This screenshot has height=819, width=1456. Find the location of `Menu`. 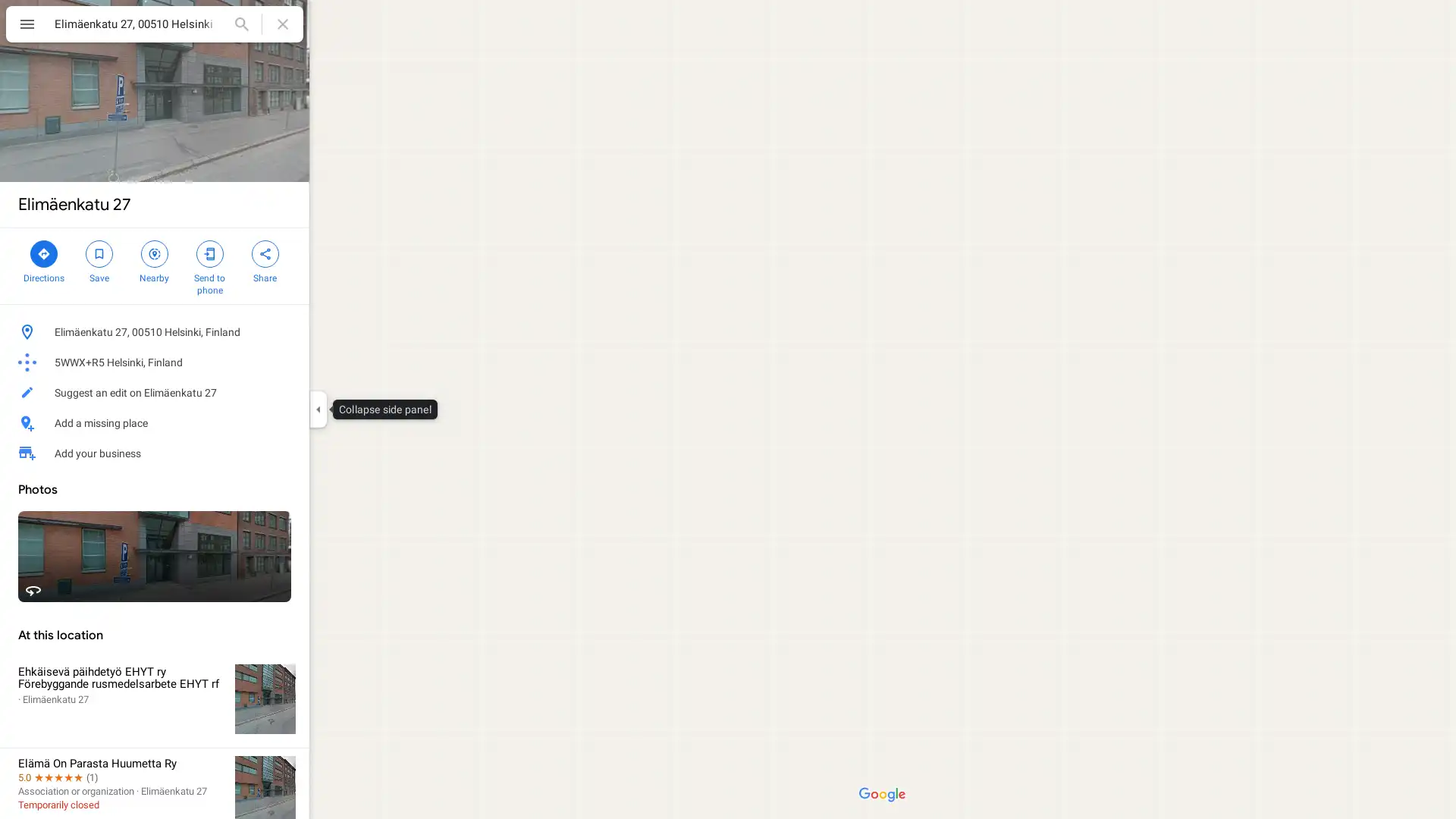

Menu is located at coordinates (27, 26).